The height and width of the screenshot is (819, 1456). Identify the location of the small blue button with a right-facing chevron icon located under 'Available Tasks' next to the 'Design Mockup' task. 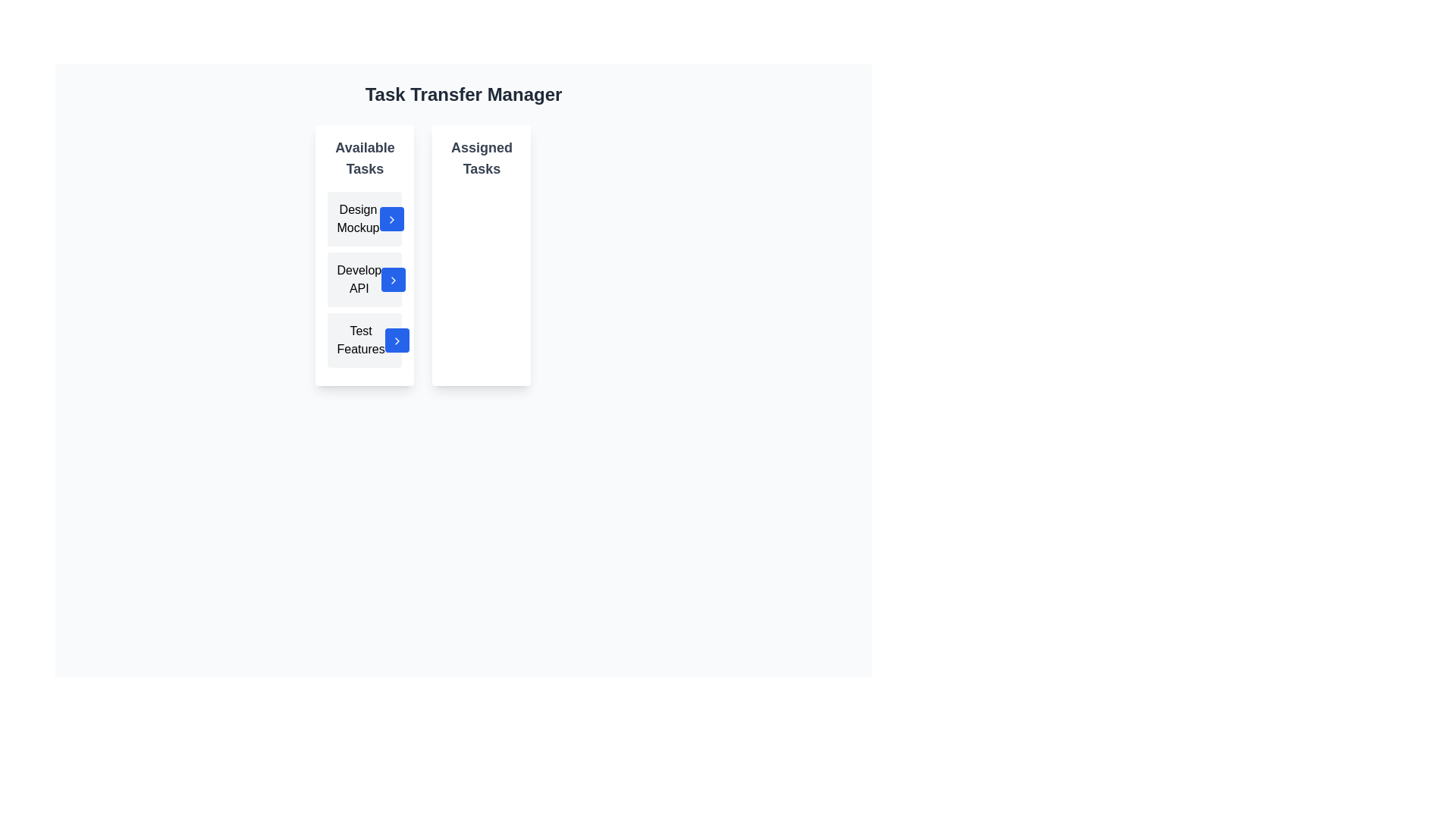
(391, 219).